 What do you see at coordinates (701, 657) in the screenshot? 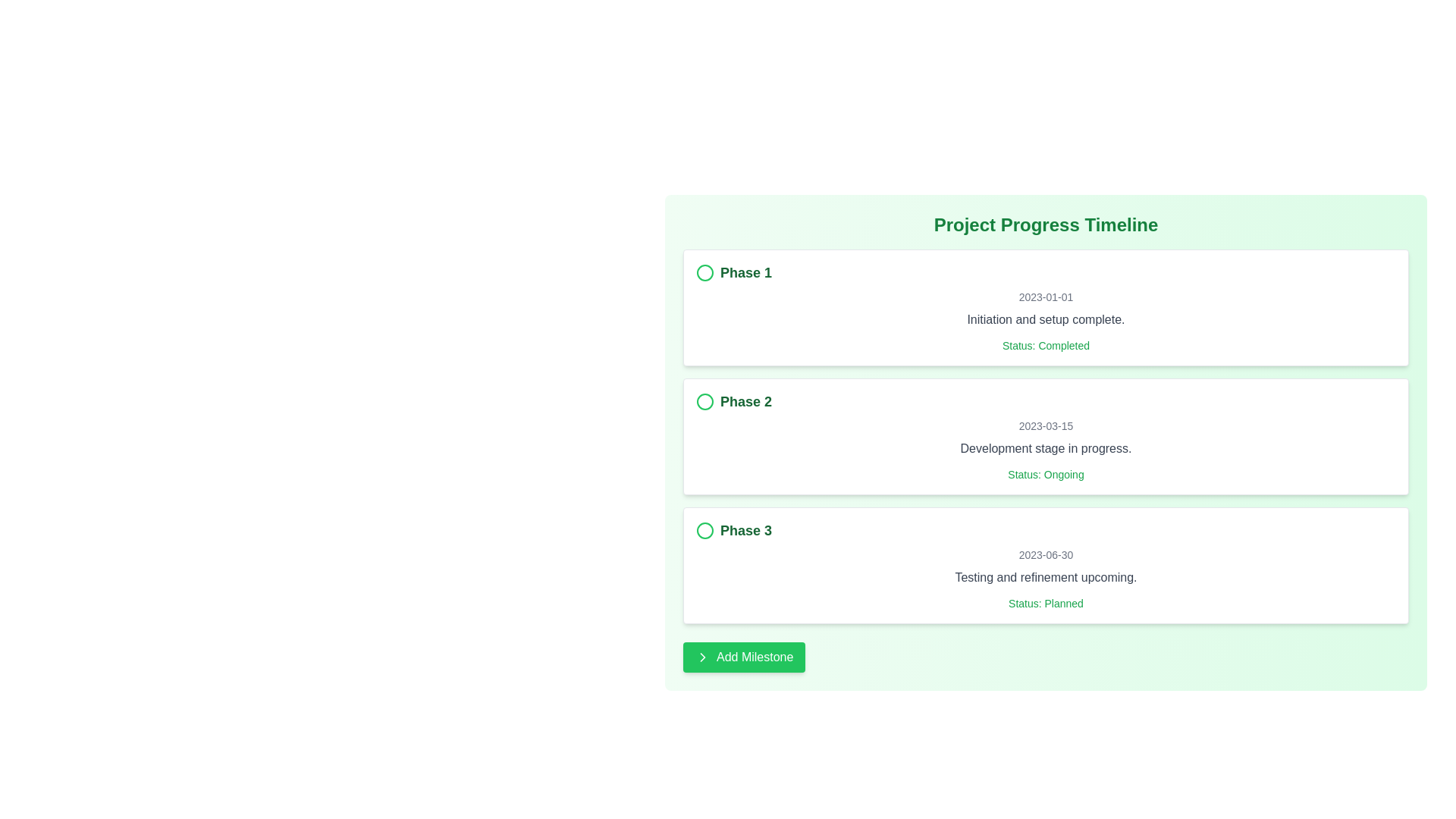
I see `the icon located on the right side of the 'Add Milestone' button at the bottom of the interface` at bounding box center [701, 657].